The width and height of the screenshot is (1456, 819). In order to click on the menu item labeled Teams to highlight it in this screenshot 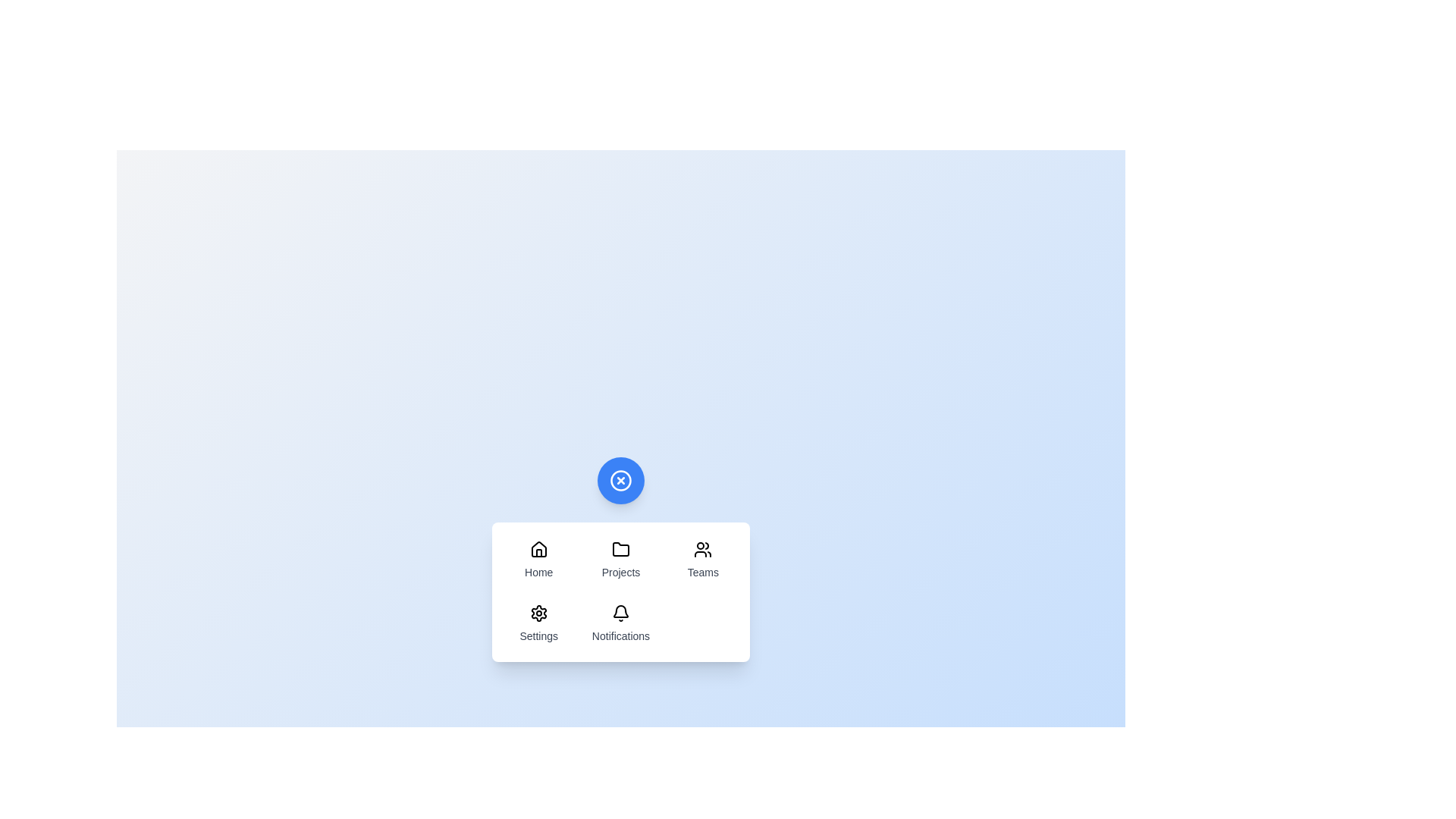, I will do `click(702, 560)`.